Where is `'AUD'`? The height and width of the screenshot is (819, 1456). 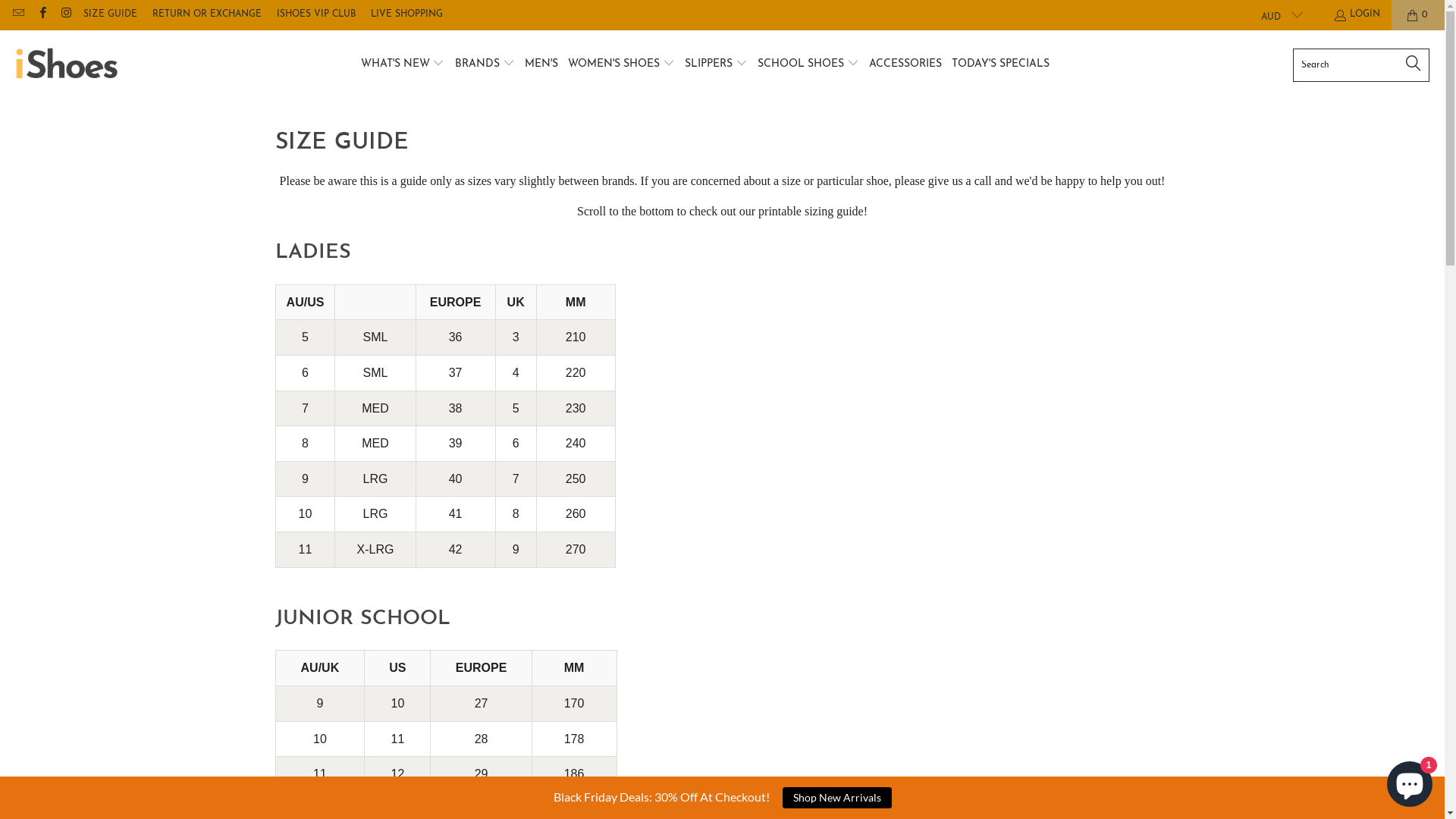
'AUD' is located at coordinates (1274, 14).